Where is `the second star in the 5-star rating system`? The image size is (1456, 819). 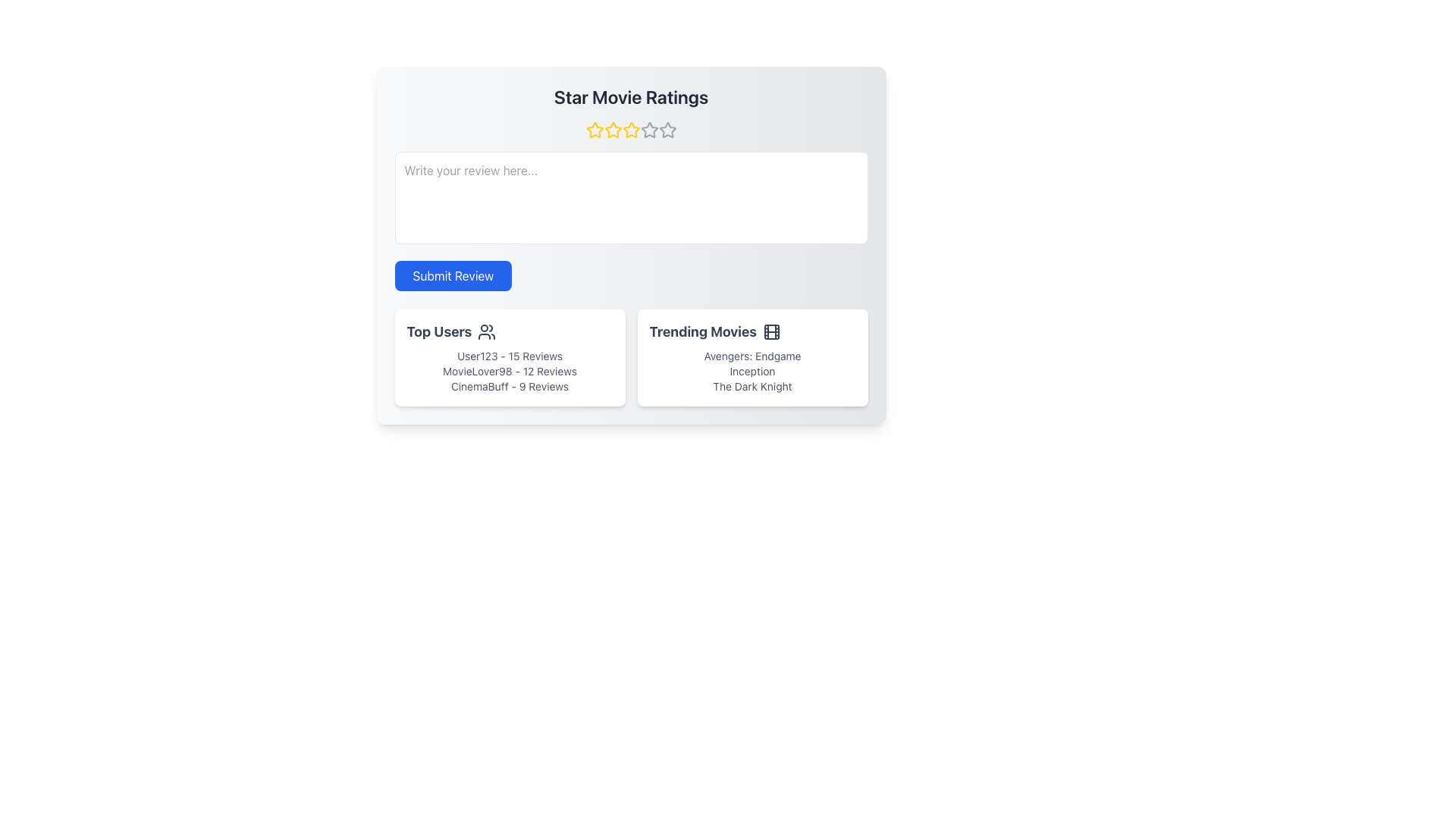 the second star in the 5-star rating system is located at coordinates (613, 129).